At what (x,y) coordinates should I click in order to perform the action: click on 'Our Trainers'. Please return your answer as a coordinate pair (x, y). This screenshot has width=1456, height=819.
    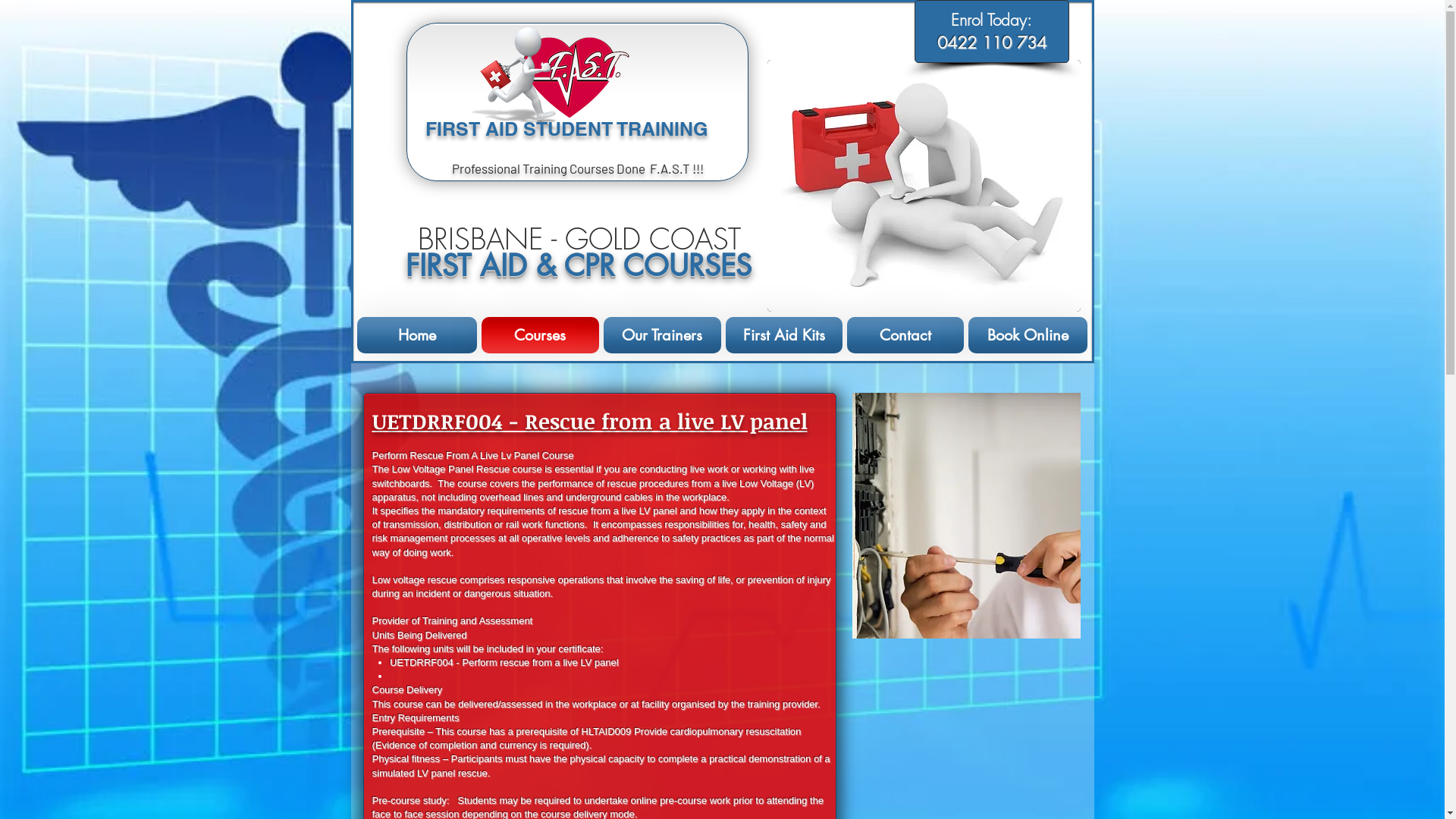
    Looking at the image, I should click on (661, 334).